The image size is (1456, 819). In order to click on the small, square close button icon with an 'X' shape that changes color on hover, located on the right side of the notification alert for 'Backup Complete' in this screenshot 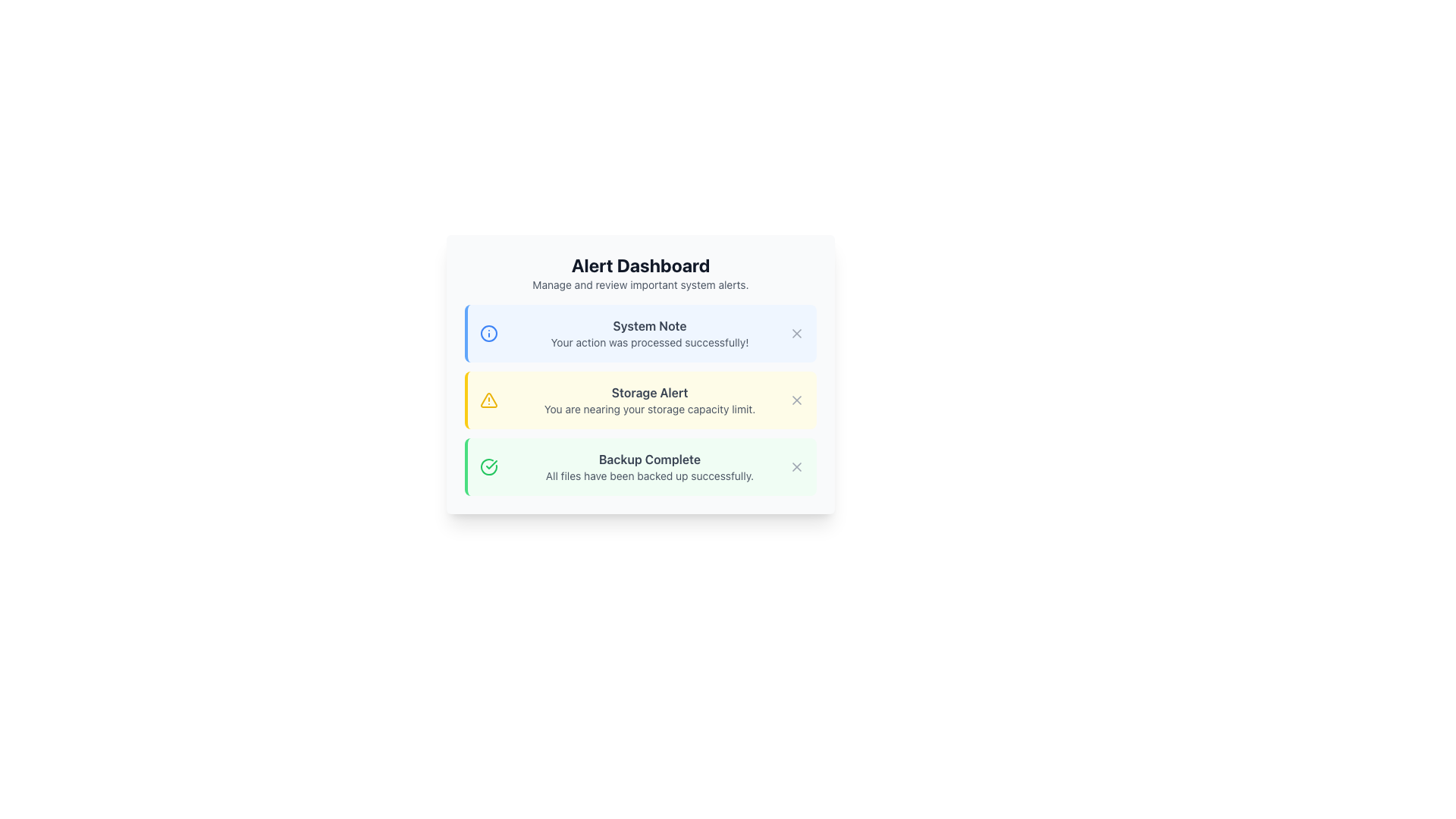, I will do `click(796, 466)`.